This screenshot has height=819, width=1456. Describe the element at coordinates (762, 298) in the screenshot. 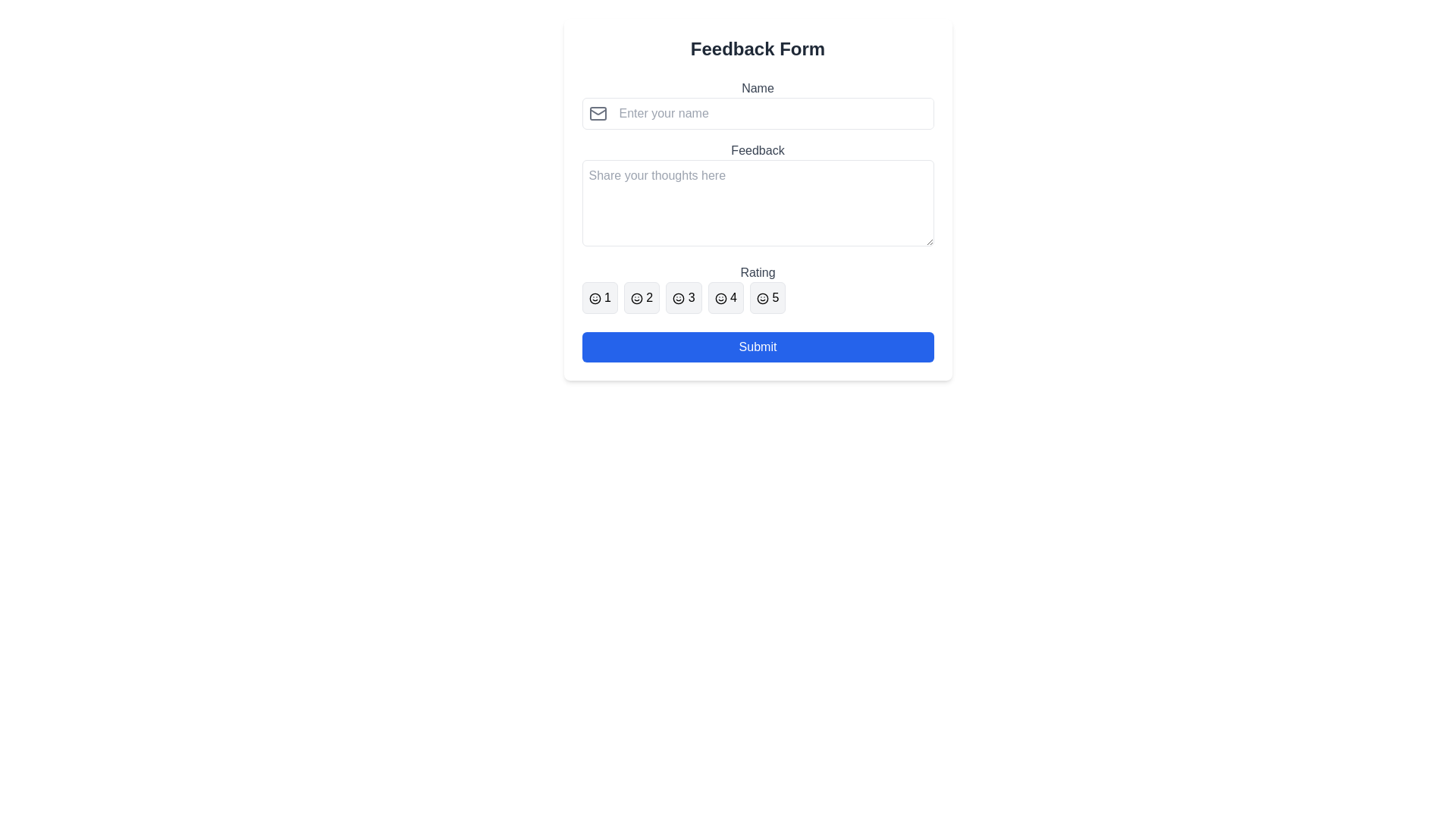

I see `the fifth rating icon in the rating system` at that location.